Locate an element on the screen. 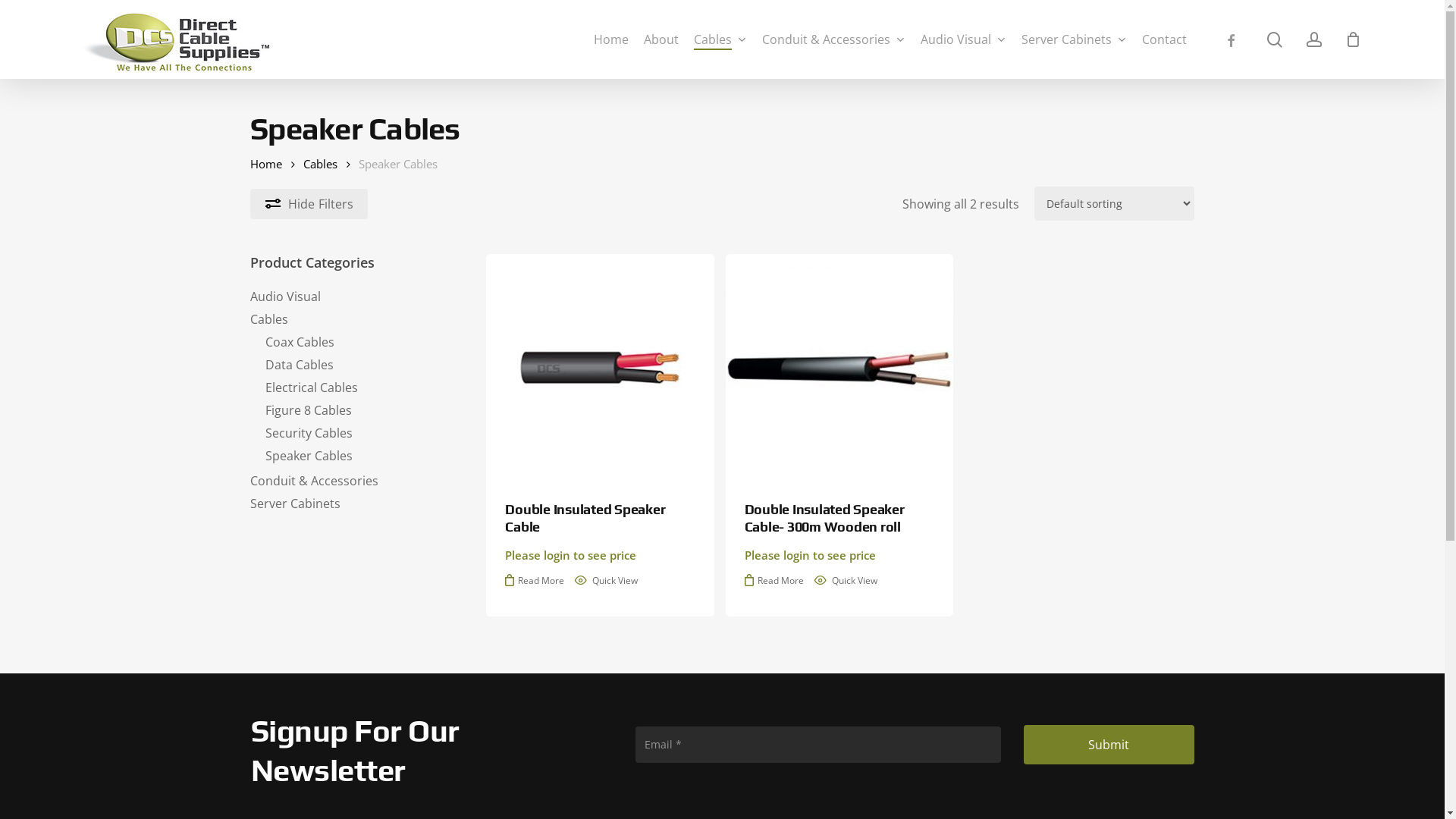 Image resolution: width=1456 pixels, height=819 pixels. 'search' is located at coordinates (1274, 39).